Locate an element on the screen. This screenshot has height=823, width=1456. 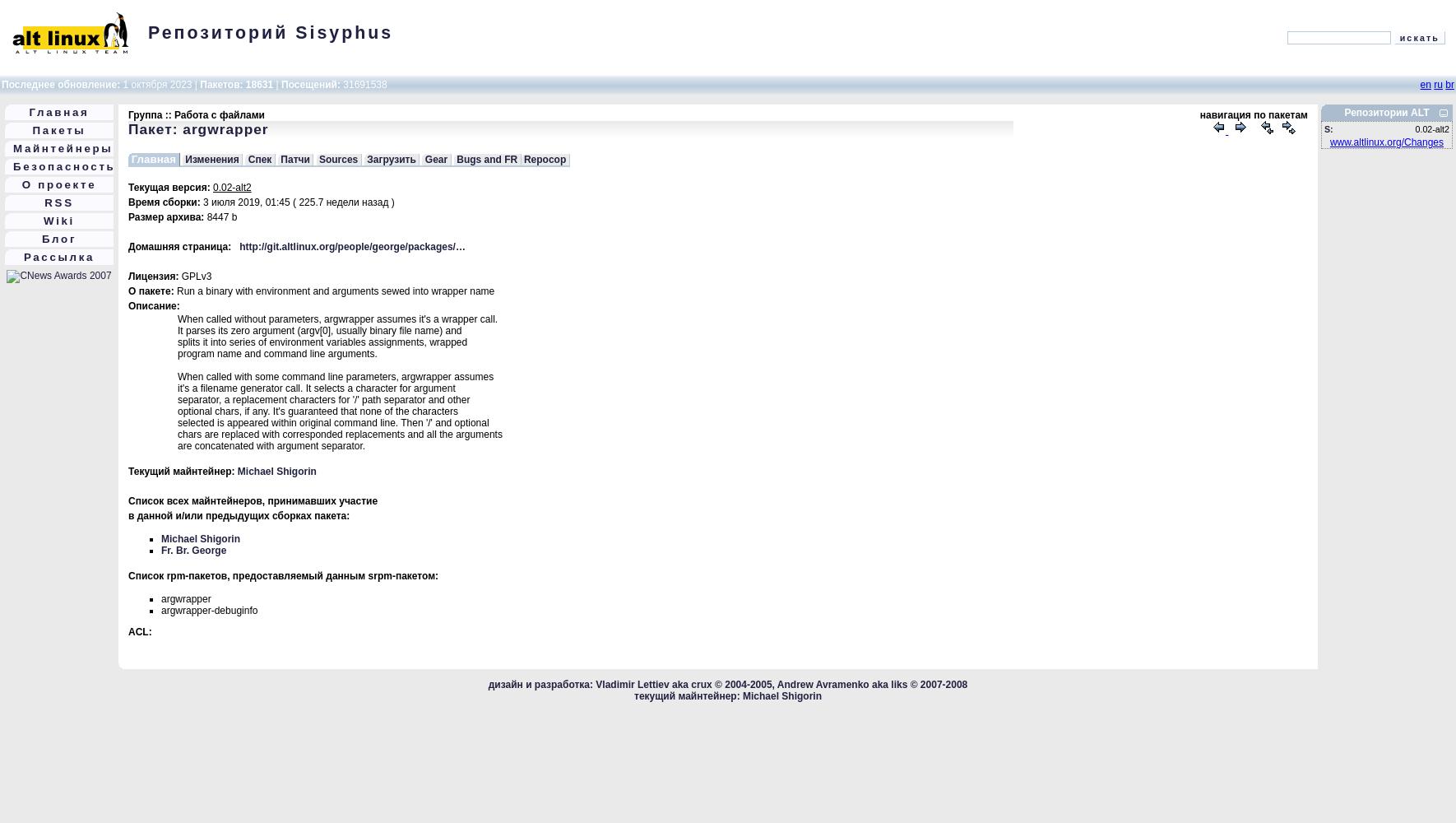
'RSS' is located at coordinates (58, 202).